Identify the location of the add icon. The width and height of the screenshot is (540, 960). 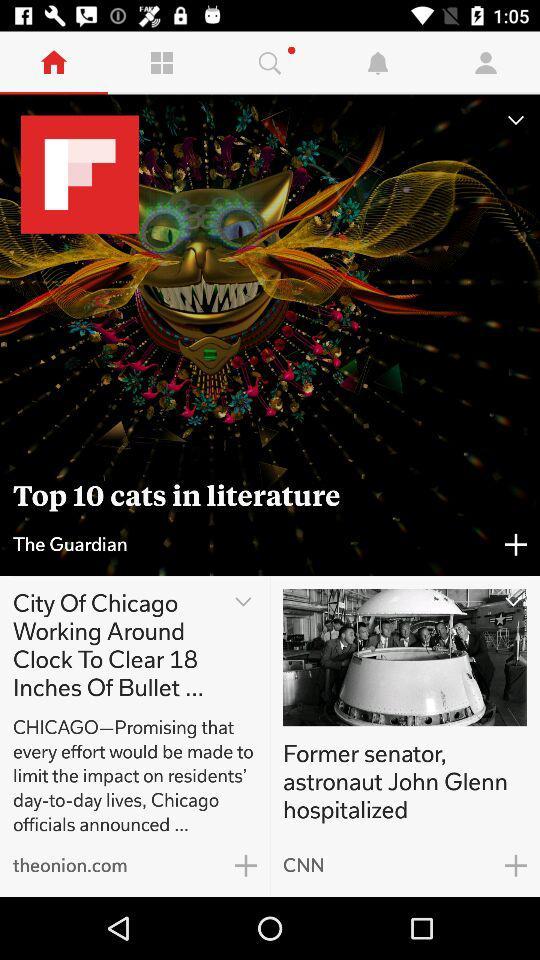
(516, 544).